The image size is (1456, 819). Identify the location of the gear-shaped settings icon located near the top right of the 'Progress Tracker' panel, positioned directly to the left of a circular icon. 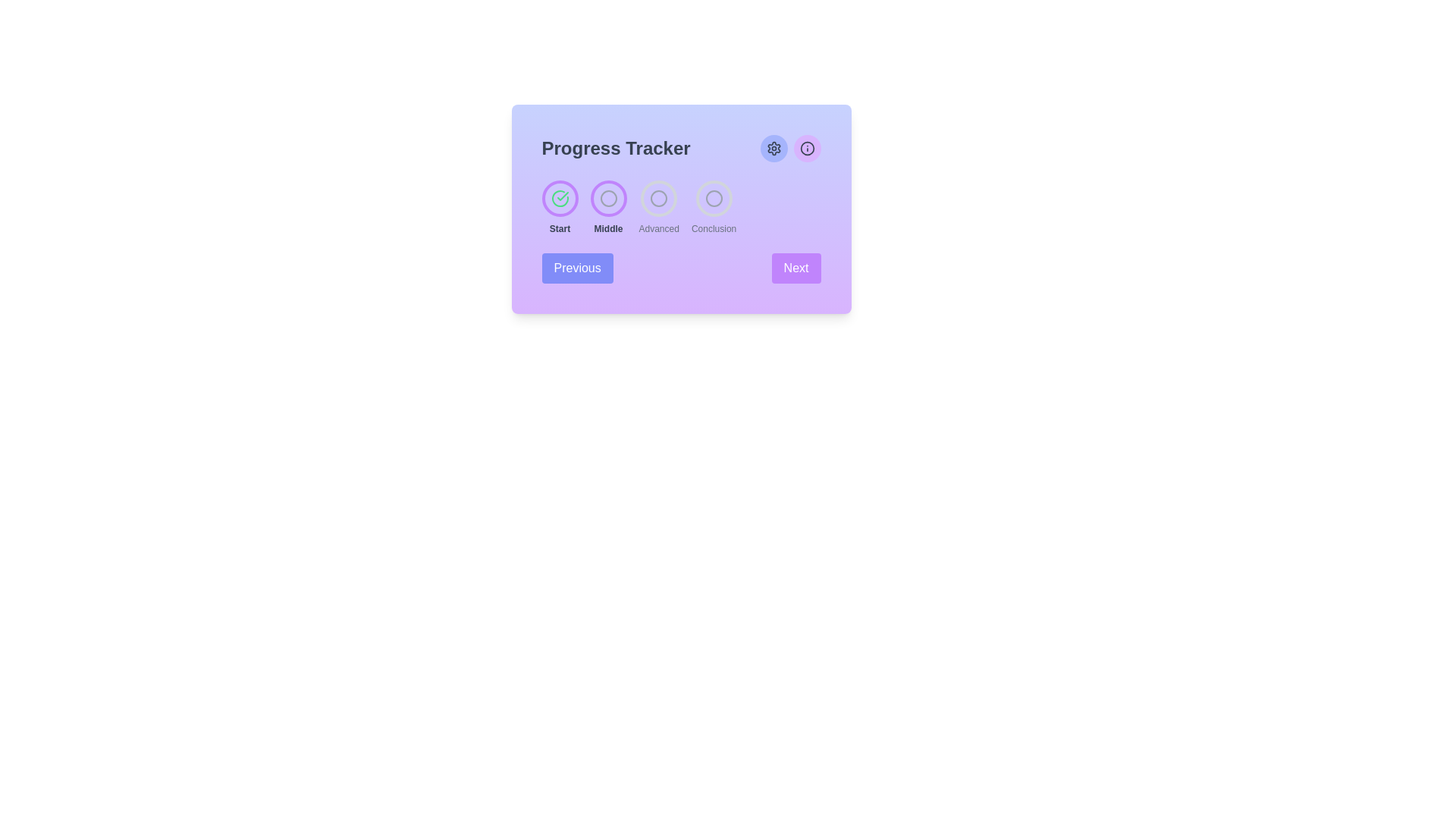
(773, 149).